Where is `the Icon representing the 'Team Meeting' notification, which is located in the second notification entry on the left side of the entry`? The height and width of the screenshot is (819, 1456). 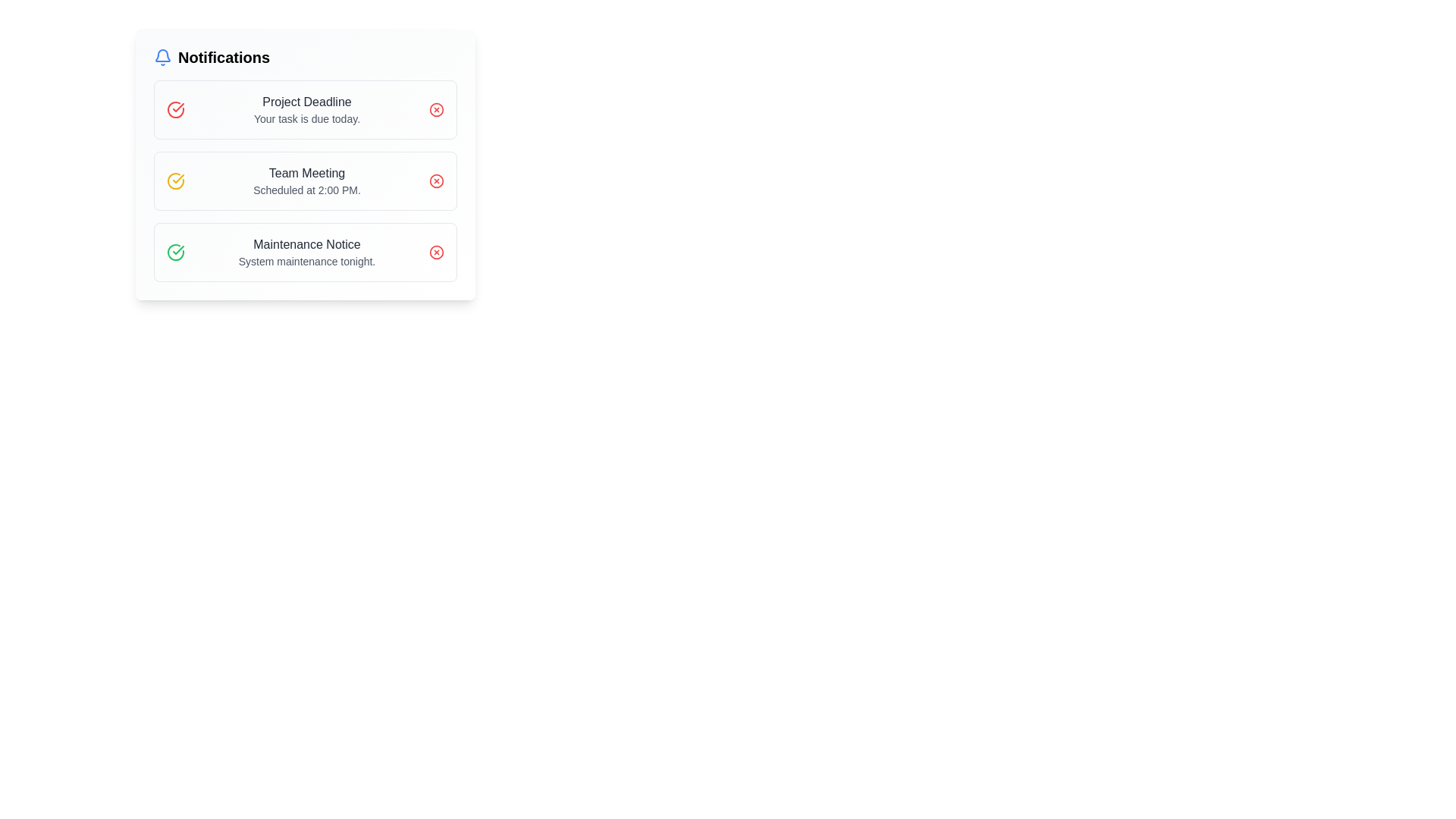
the Icon representing the 'Team Meeting' notification, which is located in the second notification entry on the left side of the entry is located at coordinates (175, 180).